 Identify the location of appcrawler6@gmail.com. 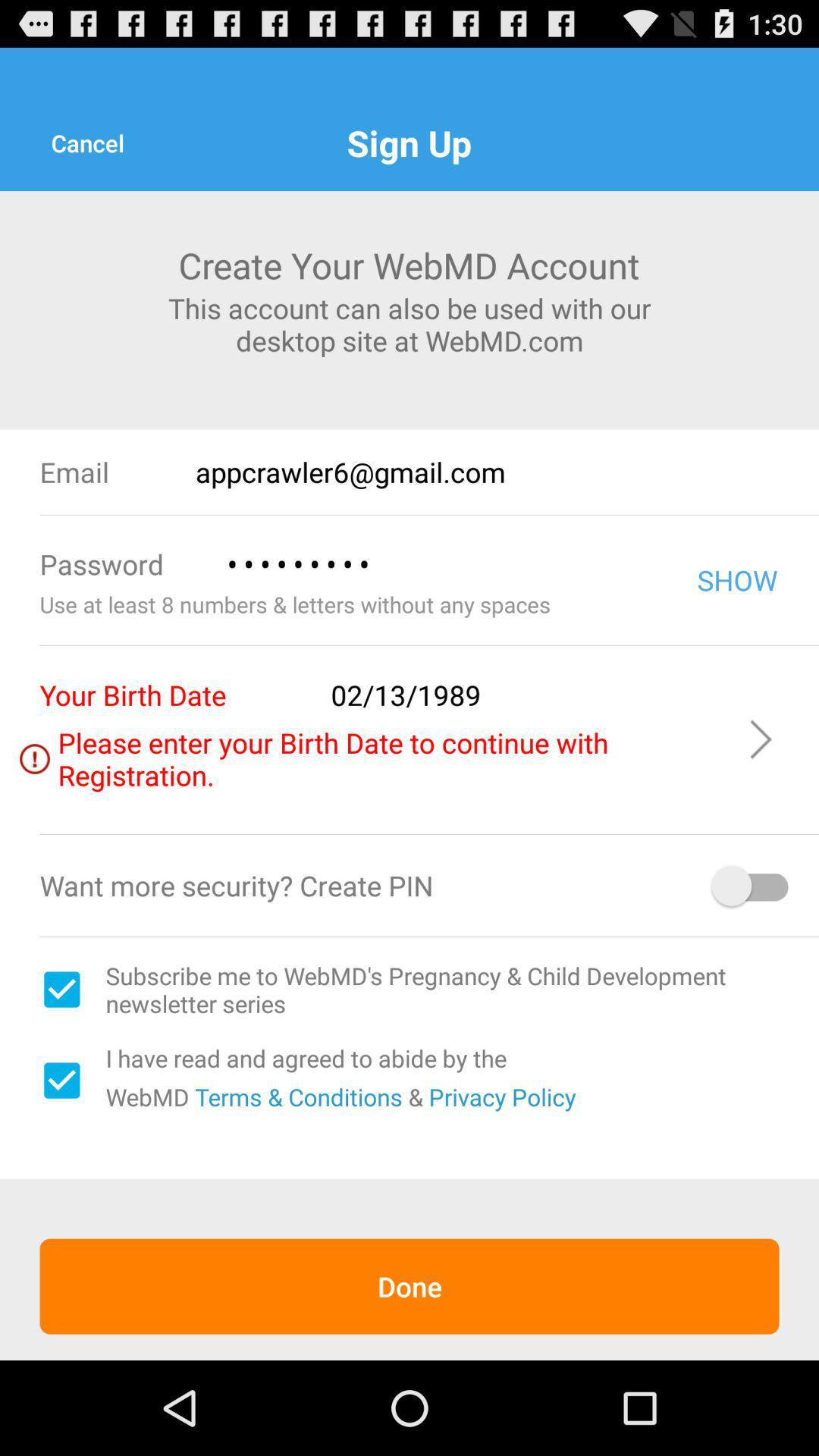
(507, 471).